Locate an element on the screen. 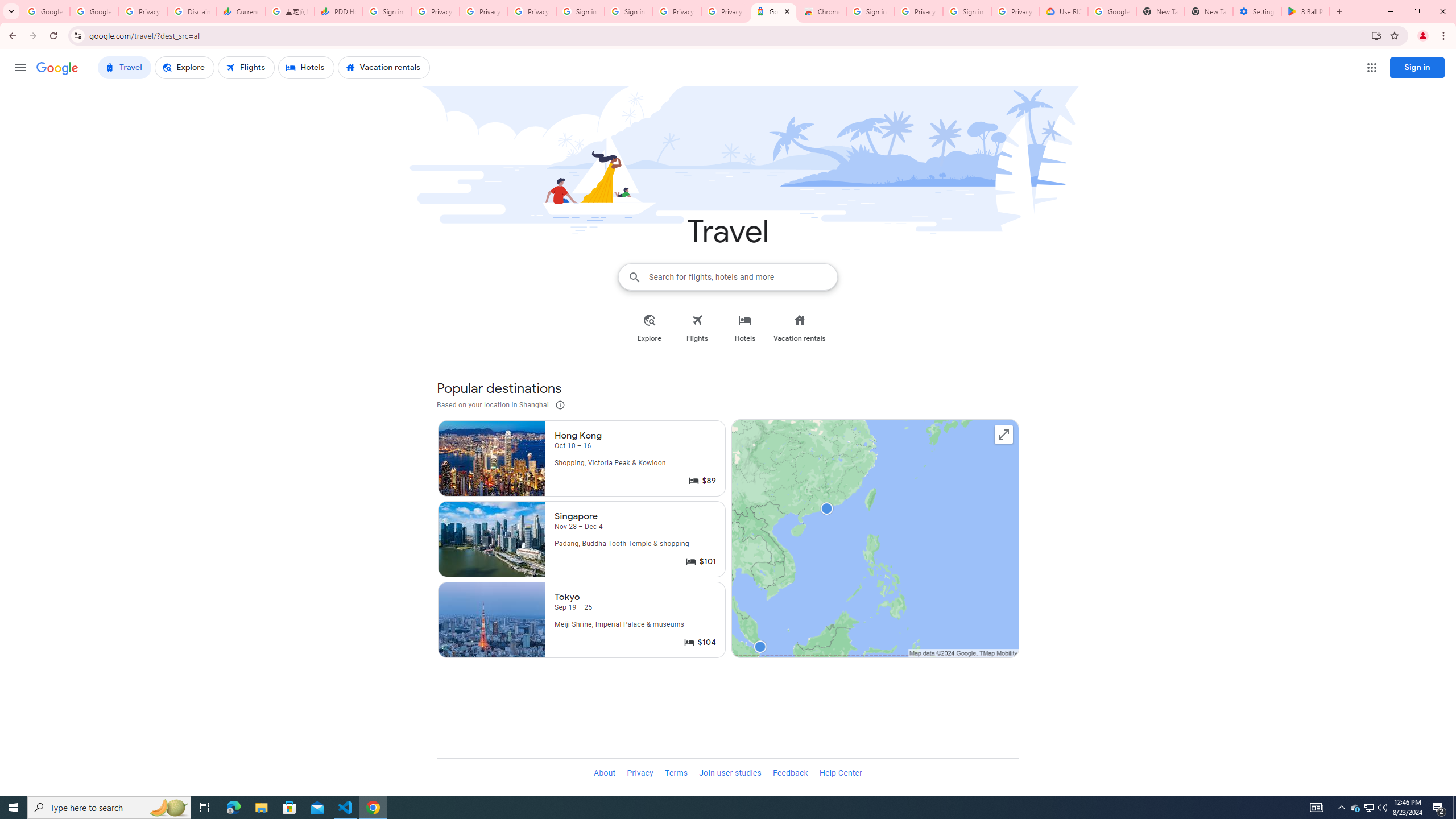 Image resolution: width=1456 pixels, height=819 pixels. 'Currencies - Google Finance' is located at coordinates (241, 11).